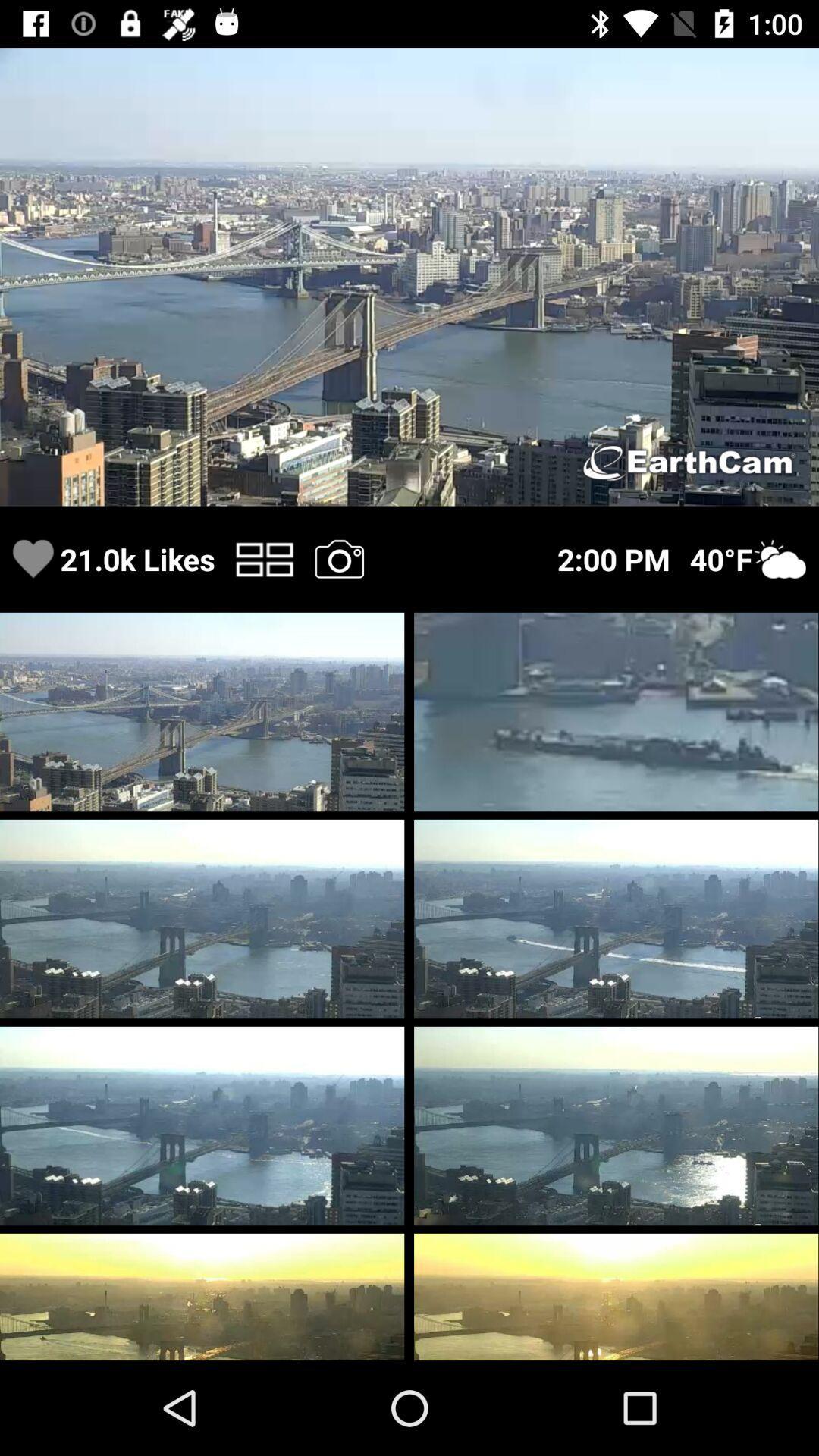 The width and height of the screenshot is (819, 1456). What do you see at coordinates (338, 558) in the screenshot?
I see `closed` at bounding box center [338, 558].